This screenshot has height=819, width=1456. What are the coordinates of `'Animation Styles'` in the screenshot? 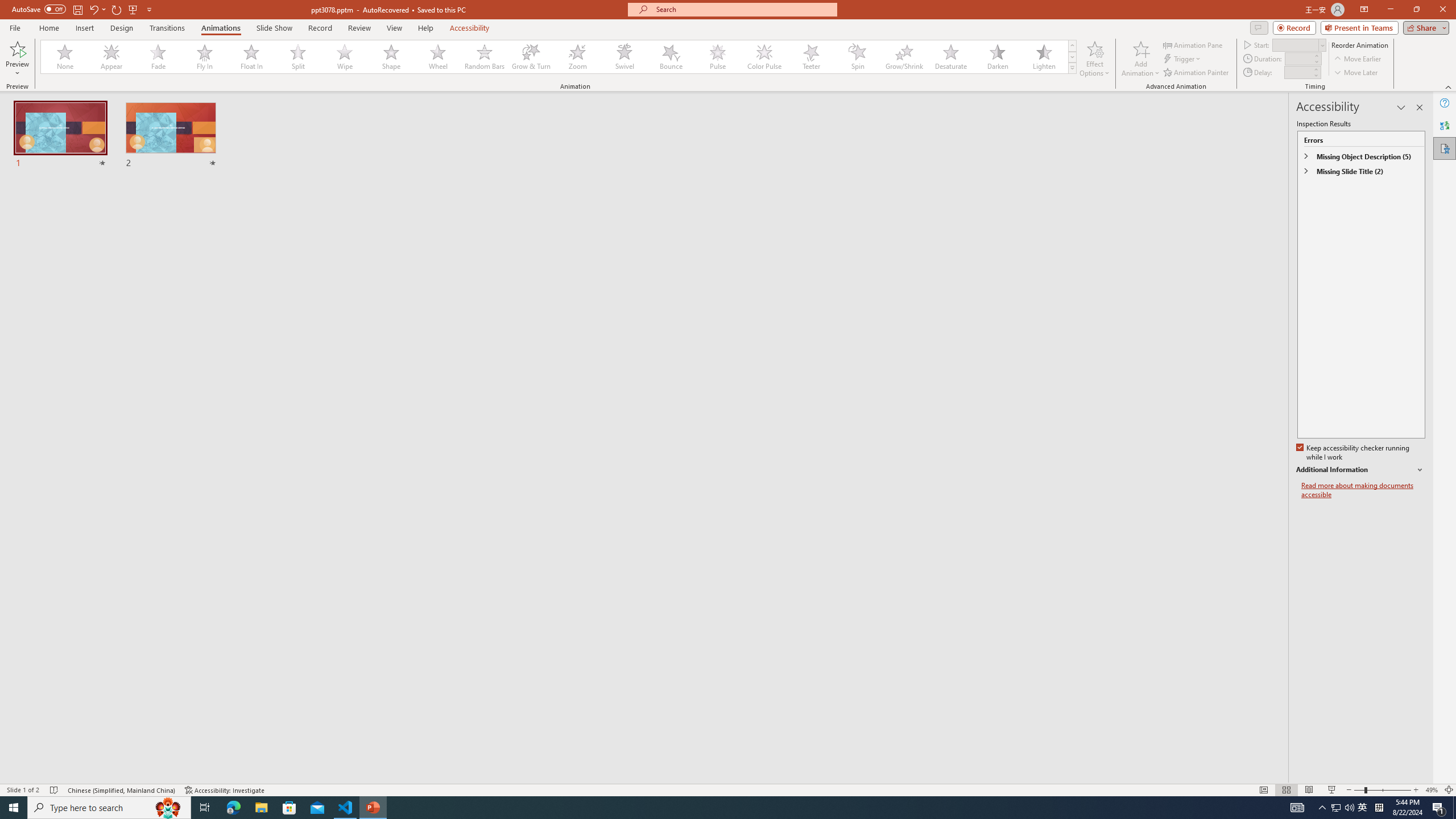 It's located at (1072, 67).